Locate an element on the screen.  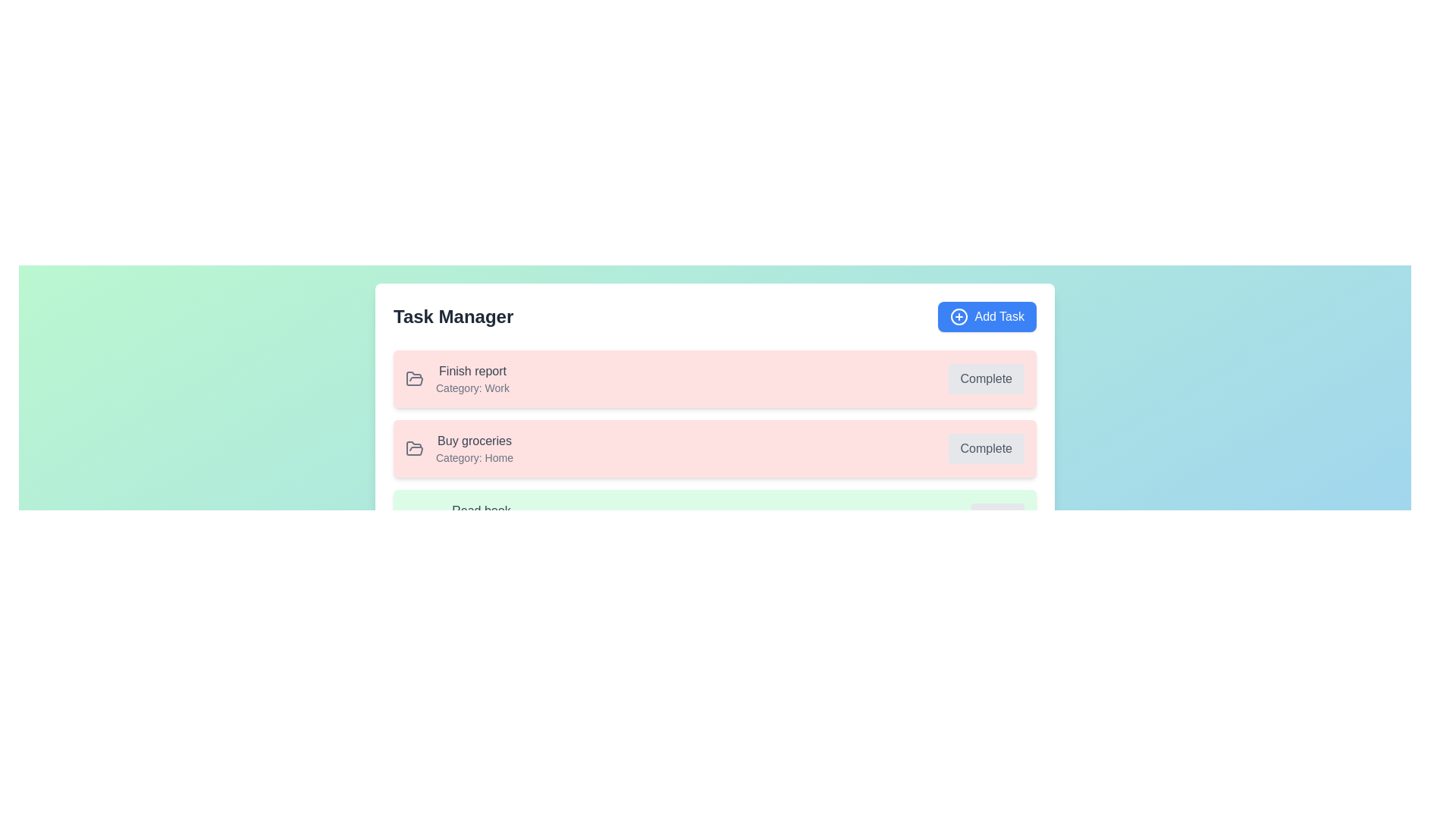
the text display block that shows the main title 'Buy groceries' and the subtitle 'Category: Home', which is the second item in the vertical list under 'Task Manager' is located at coordinates (473, 447).